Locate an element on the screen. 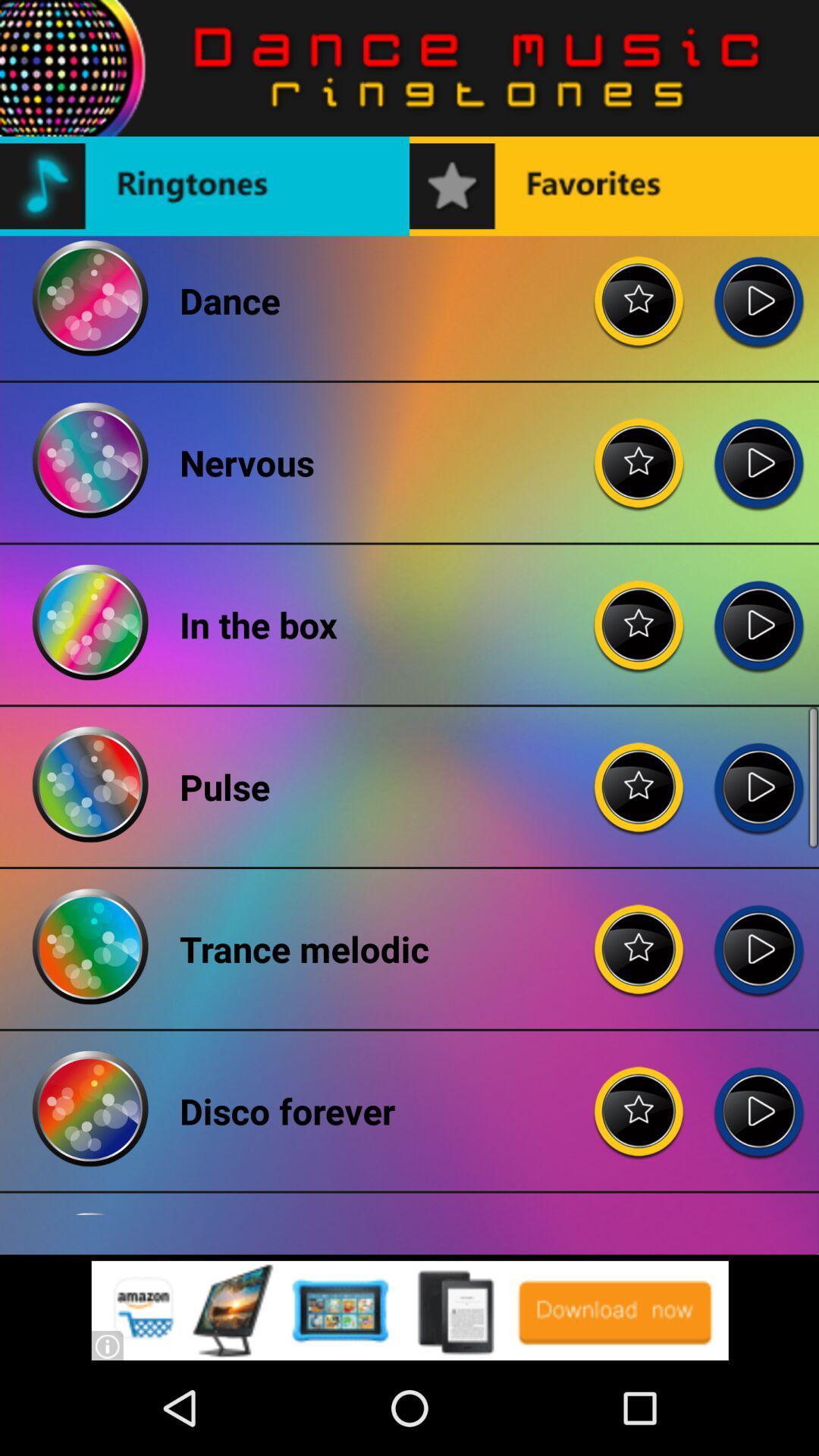  for advertisement is located at coordinates (409, 1310).